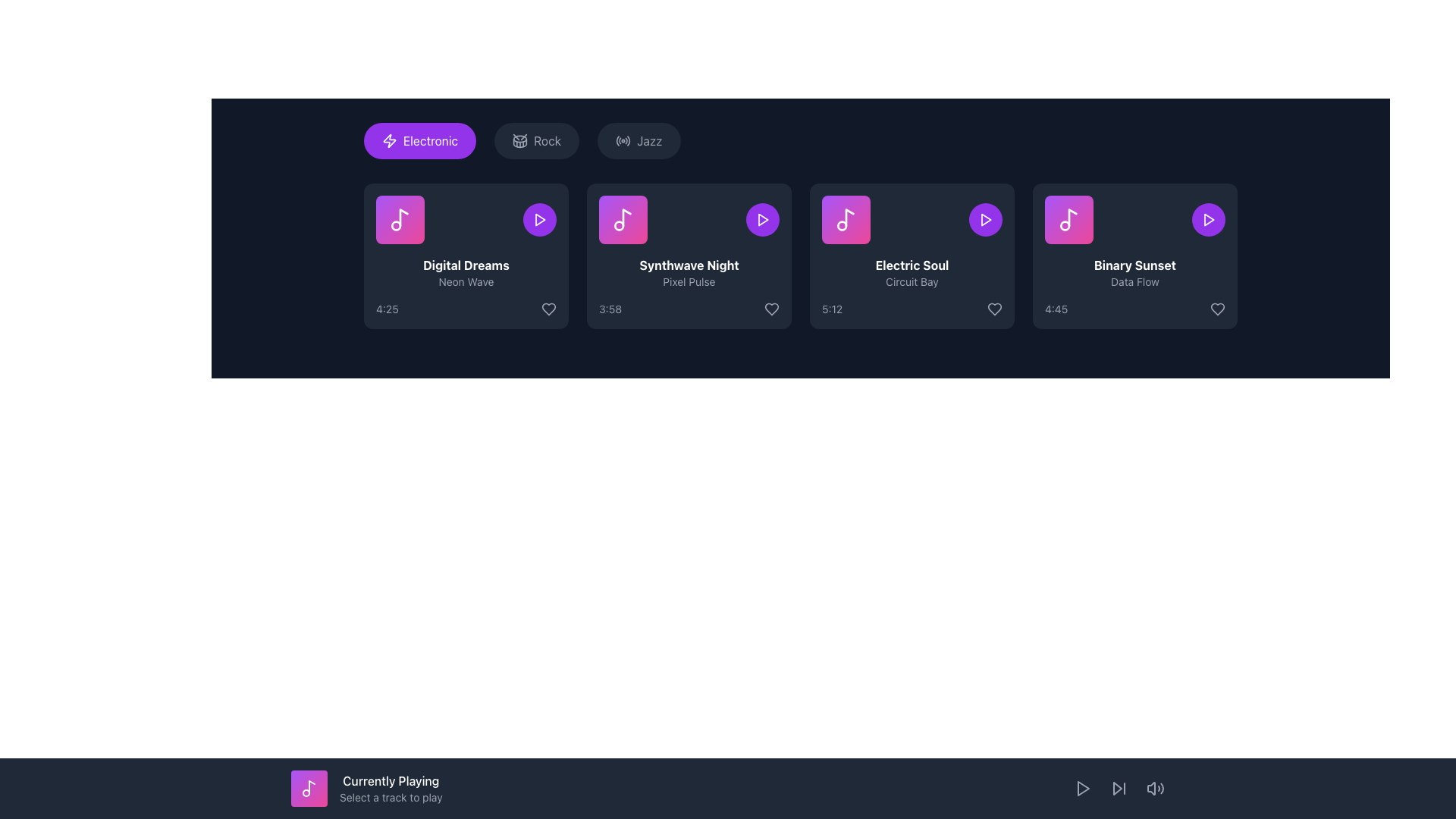  Describe the element at coordinates (1218, 309) in the screenshot. I see `the 'like' button (heart icon) positioned at the bottom-right of the 'Binary Sunset' track card to observe its color change` at that location.